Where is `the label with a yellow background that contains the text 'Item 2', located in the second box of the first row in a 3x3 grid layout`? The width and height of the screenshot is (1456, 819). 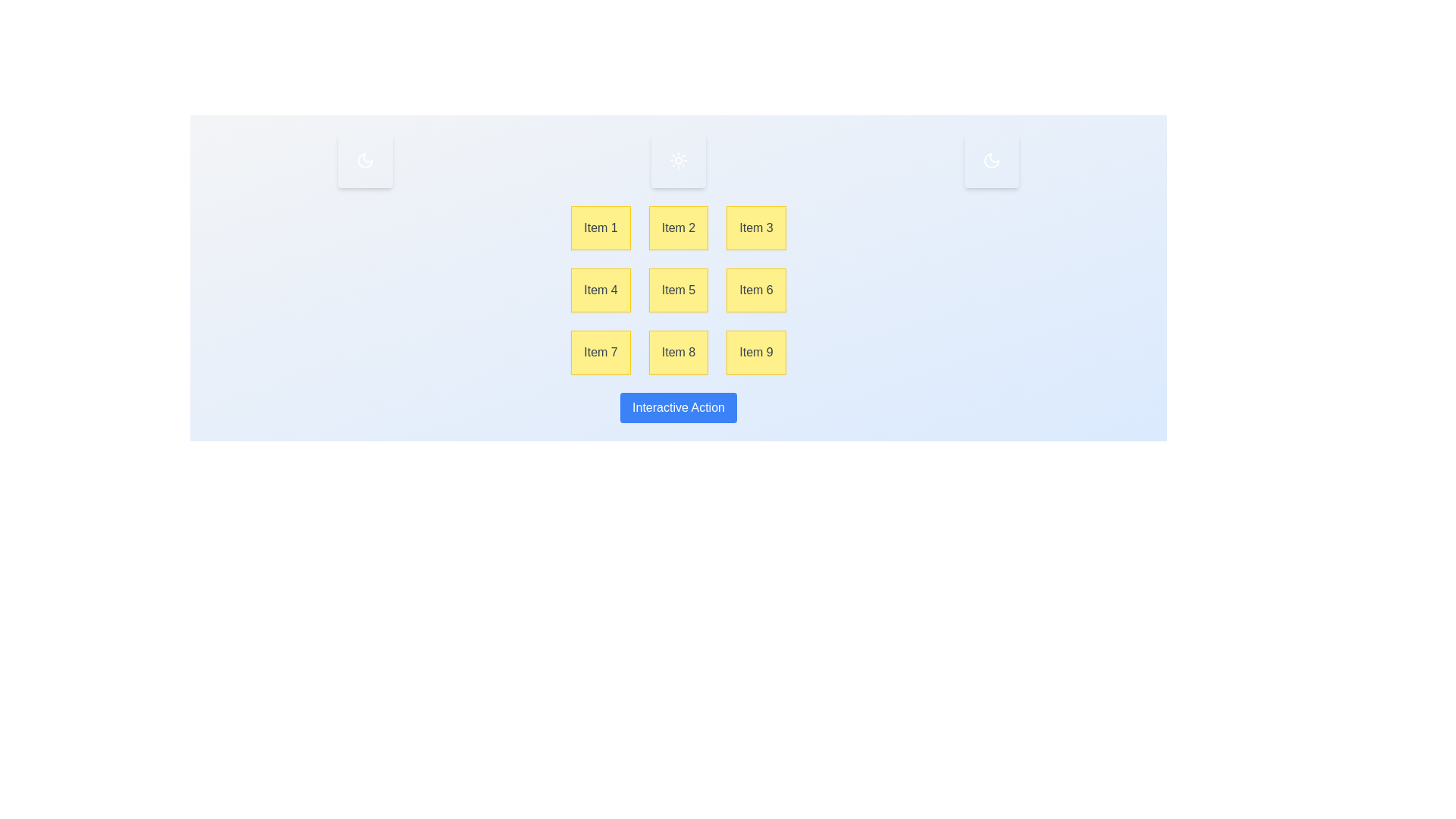 the label with a yellow background that contains the text 'Item 2', located in the second box of the first row in a 3x3 grid layout is located at coordinates (677, 227).